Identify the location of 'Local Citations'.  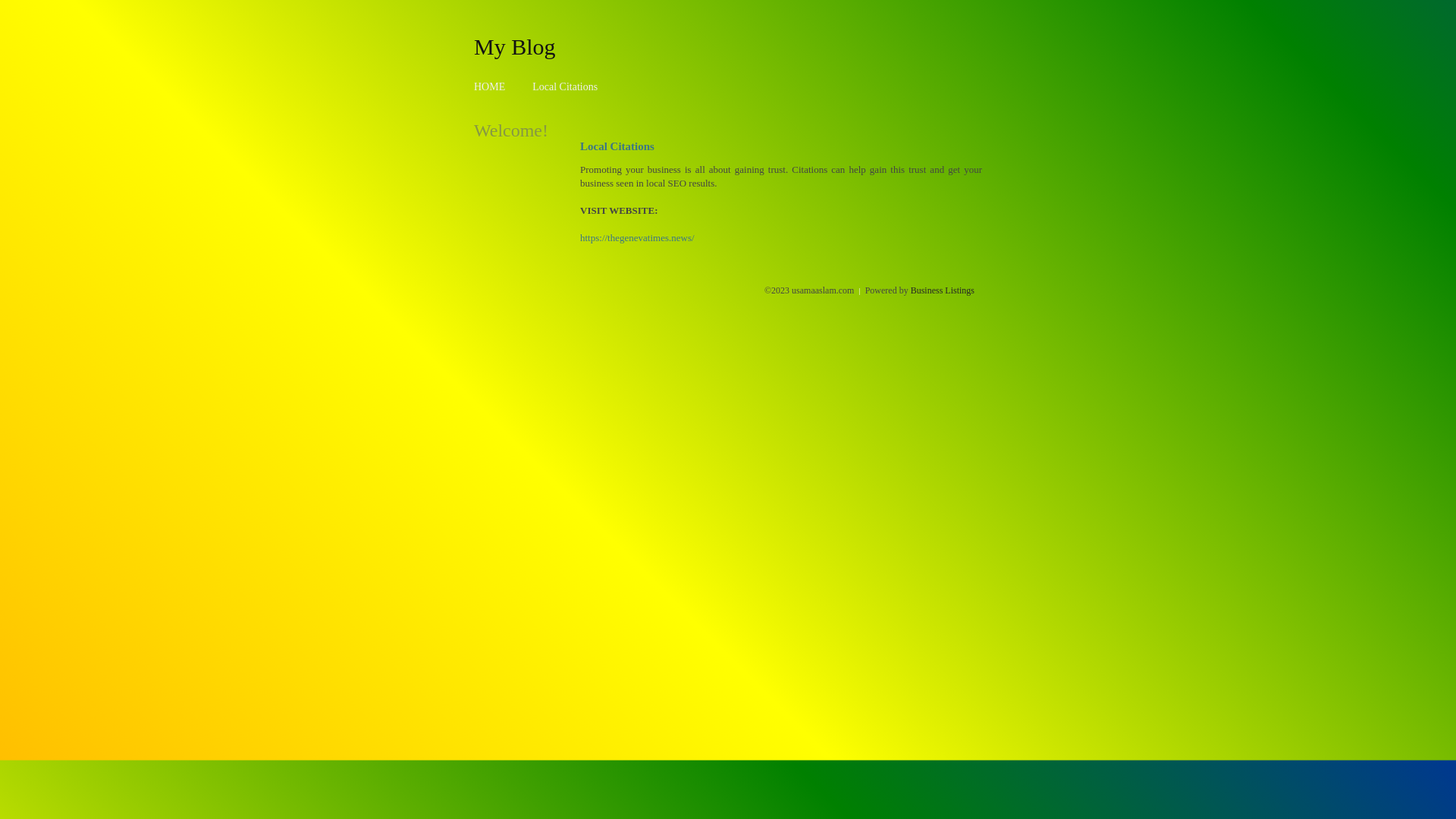
(563, 86).